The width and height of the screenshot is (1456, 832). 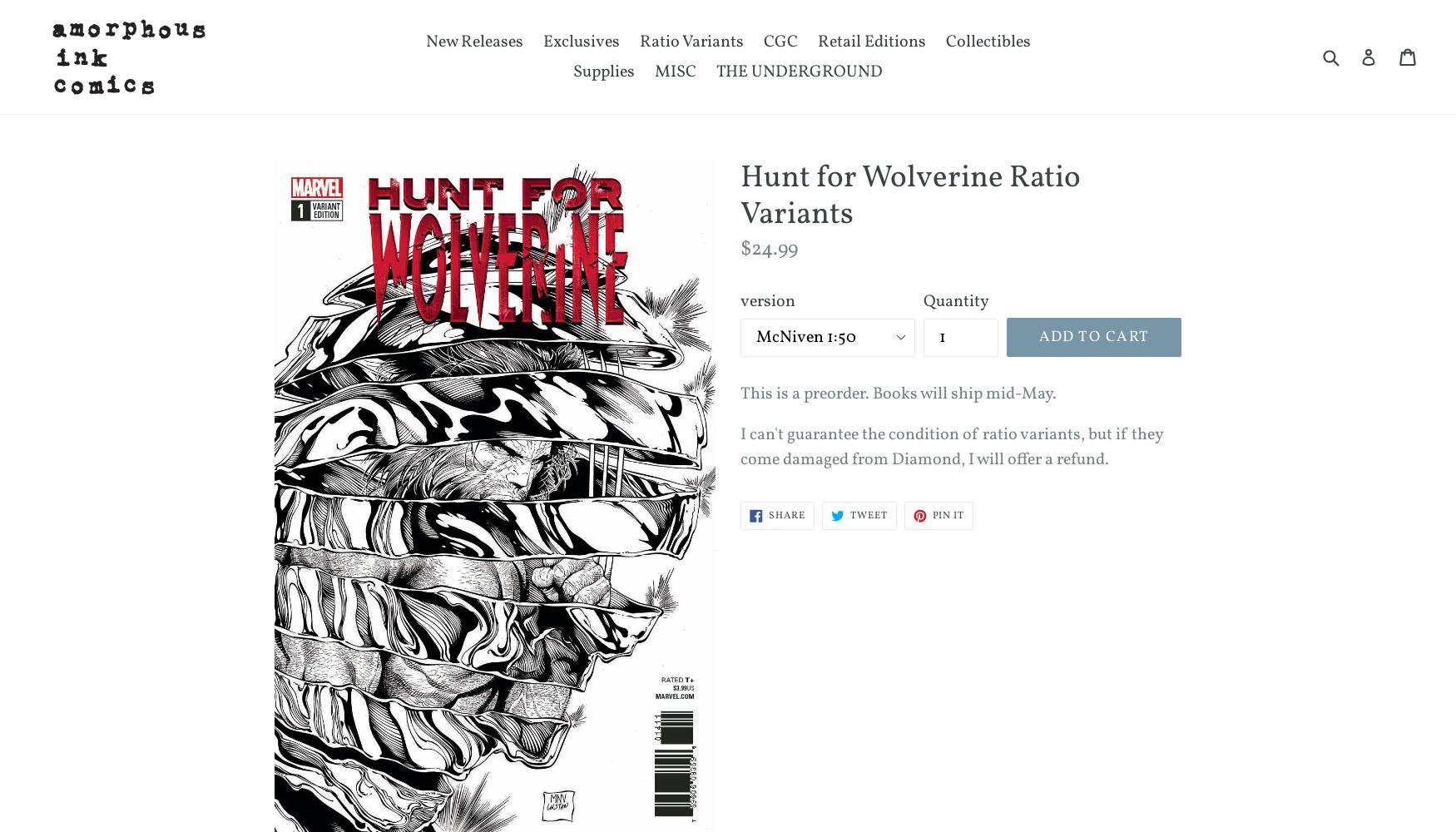 What do you see at coordinates (766, 300) in the screenshot?
I see `'version'` at bounding box center [766, 300].